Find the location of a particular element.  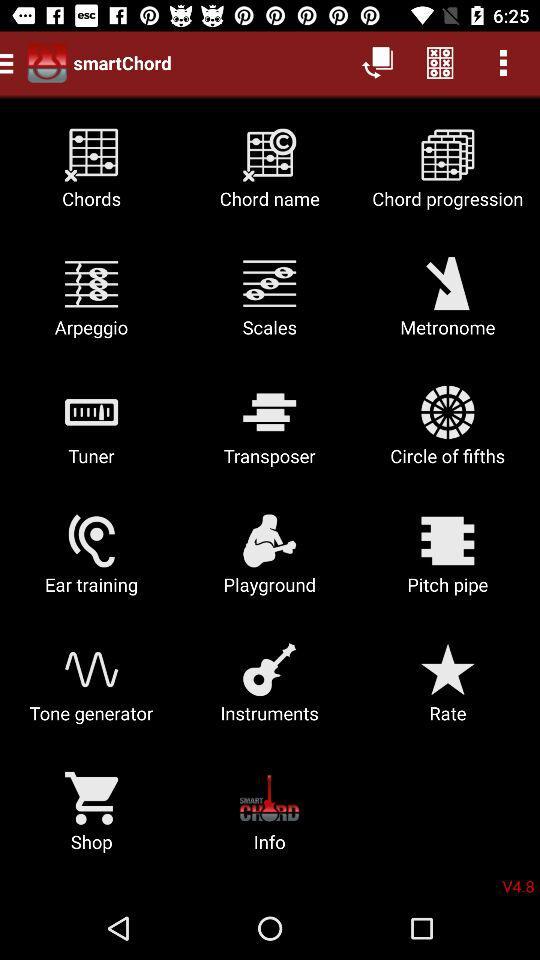

the item next to chord name is located at coordinates (90, 174).